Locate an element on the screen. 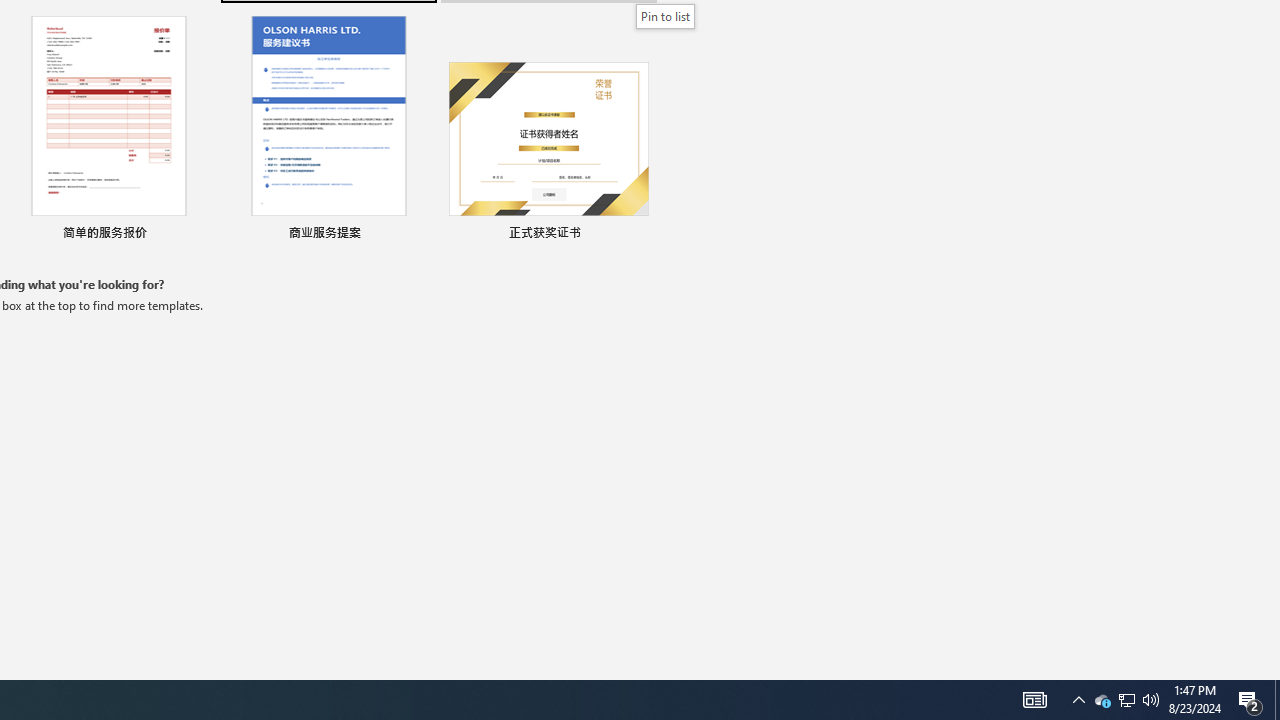 This screenshot has width=1280, height=720. 'Pin to list' is located at coordinates (665, 16).